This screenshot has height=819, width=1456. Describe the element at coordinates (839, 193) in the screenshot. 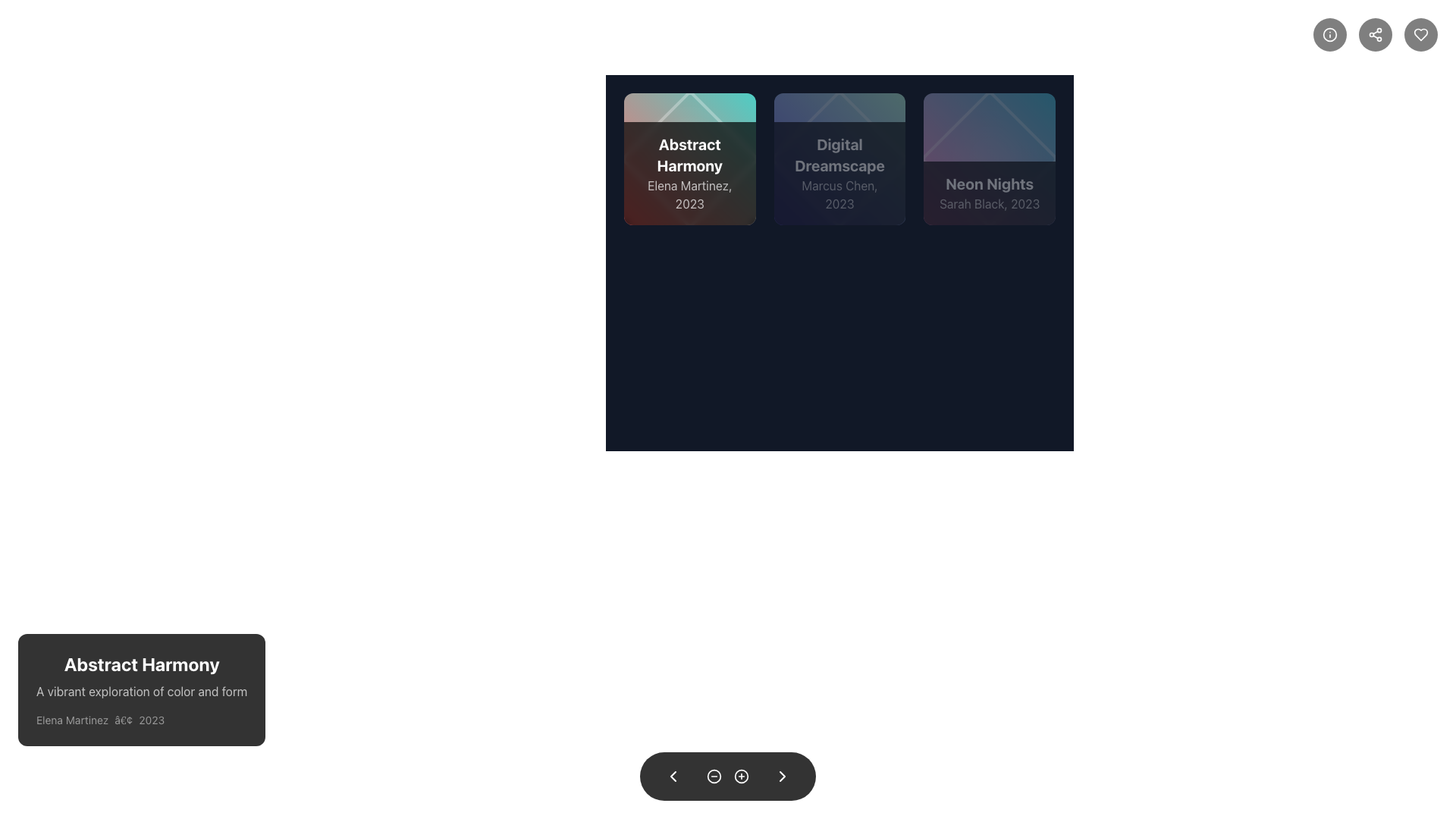

I see `the text label reading 'Marcus Chen, 2023', which is styled in white with some transparency and located below the heading 'Digital Dreamscape' in the second card of a horizontal row` at that location.